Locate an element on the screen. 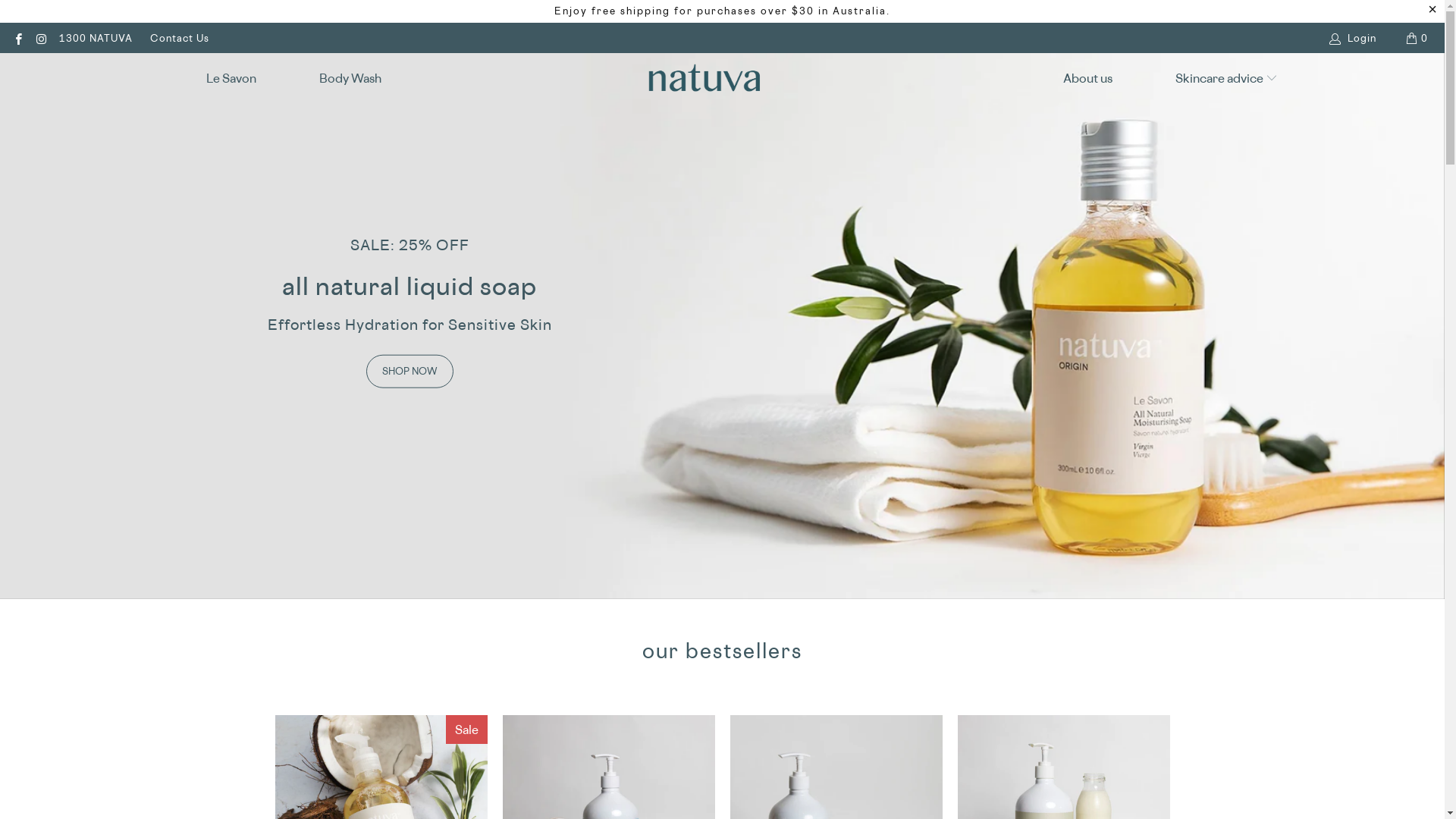  'Natuva Skincare on Facebook' is located at coordinates (17, 37).